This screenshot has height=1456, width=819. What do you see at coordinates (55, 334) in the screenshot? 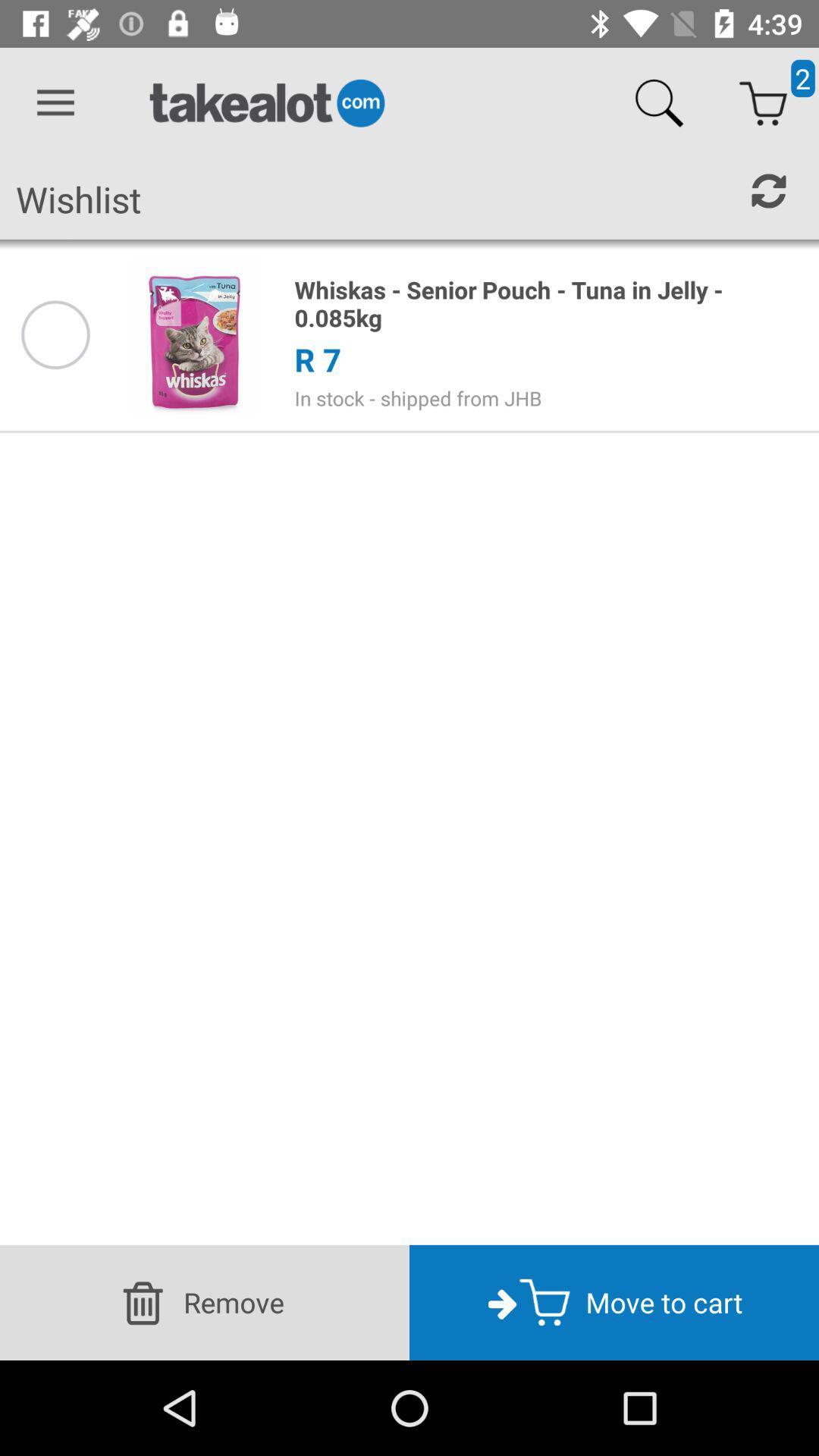
I see `product on wishlist` at bounding box center [55, 334].